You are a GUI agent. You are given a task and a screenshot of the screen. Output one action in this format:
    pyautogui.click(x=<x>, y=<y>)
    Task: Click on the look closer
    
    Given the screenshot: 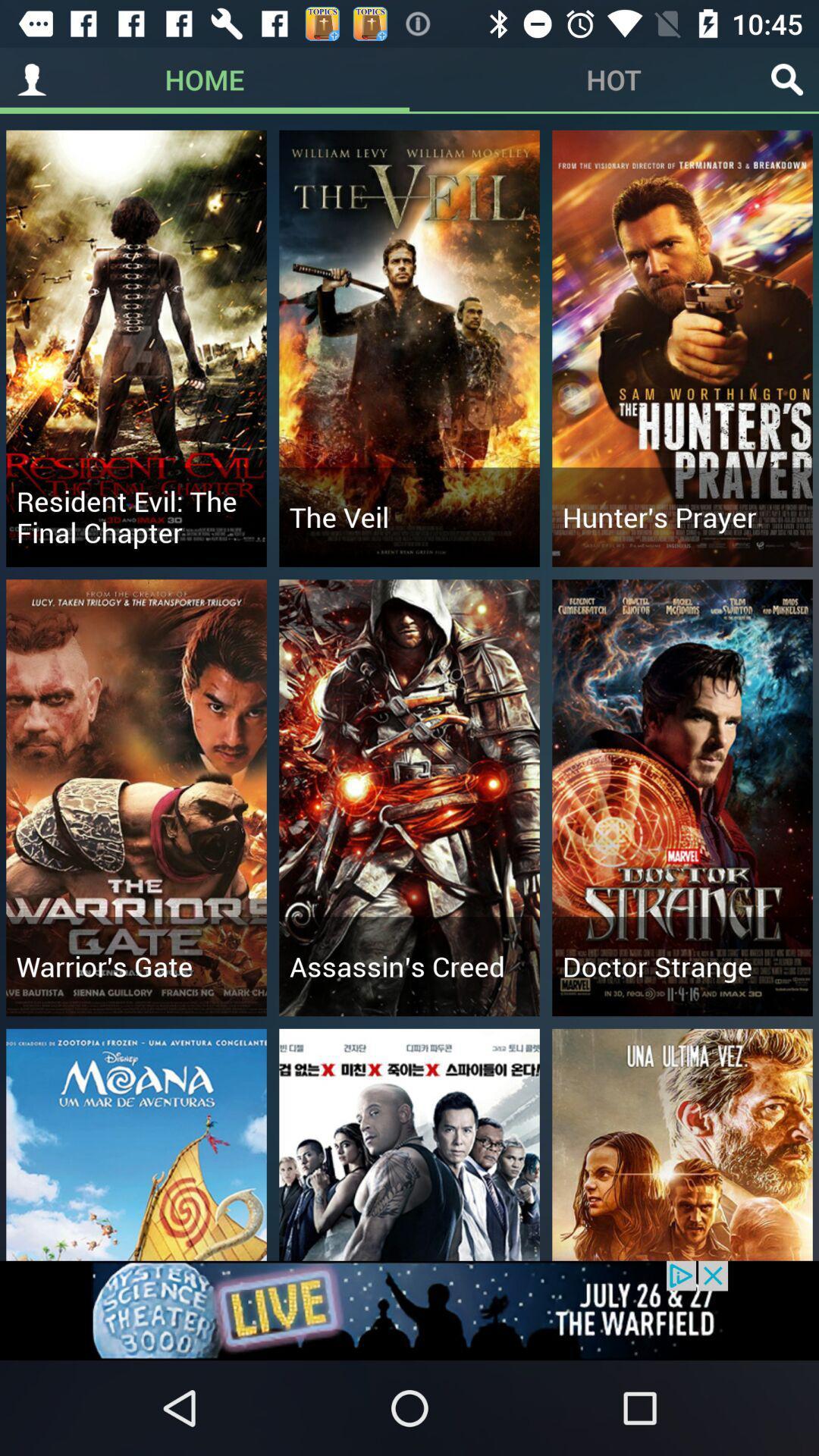 What is the action you would take?
    pyautogui.click(x=786, y=79)
    